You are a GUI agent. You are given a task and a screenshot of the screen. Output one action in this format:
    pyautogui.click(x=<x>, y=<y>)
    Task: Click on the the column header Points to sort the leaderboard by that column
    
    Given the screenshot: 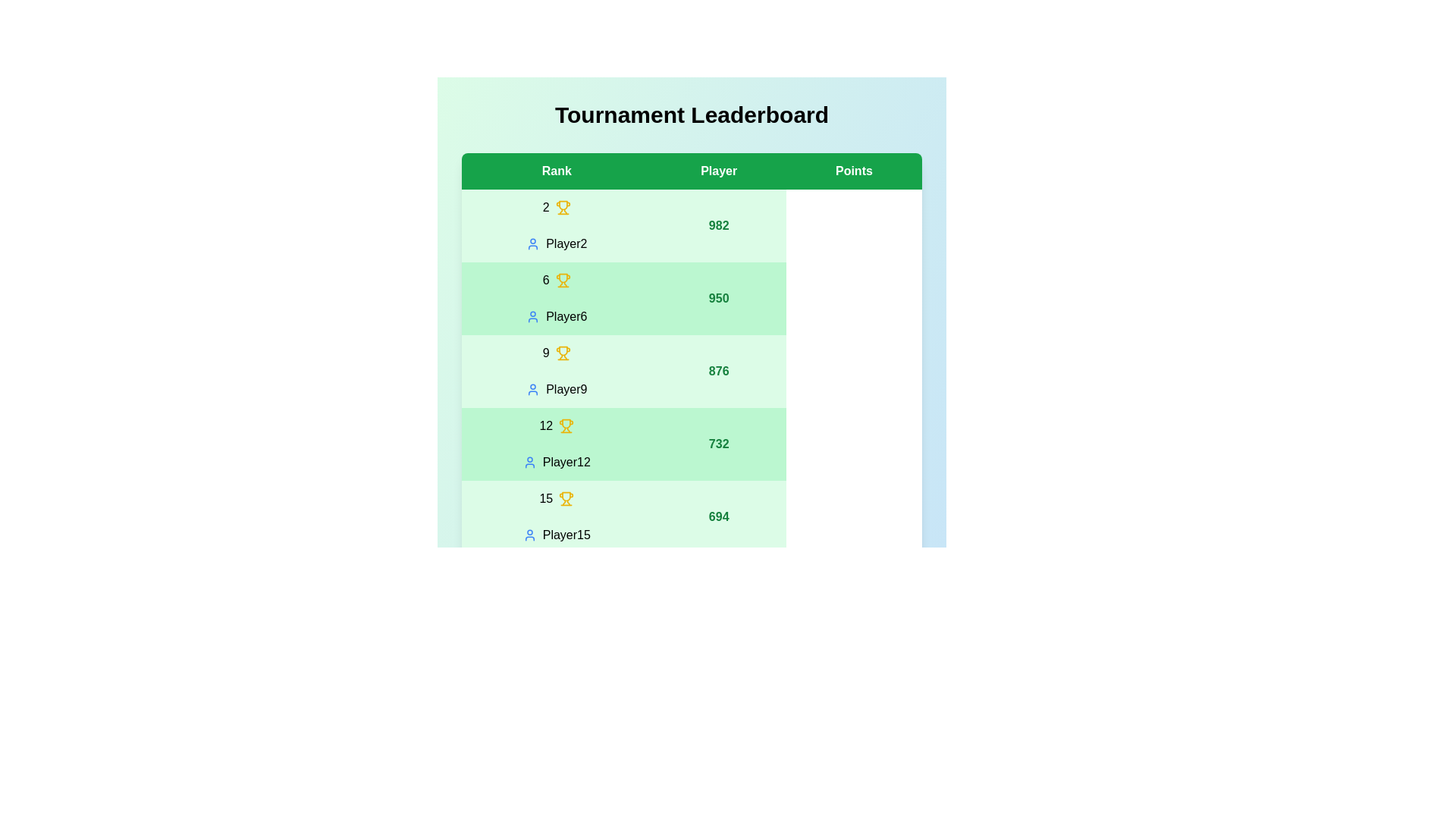 What is the action you would take?
    pyautogui.click(x=854, y=171)
    